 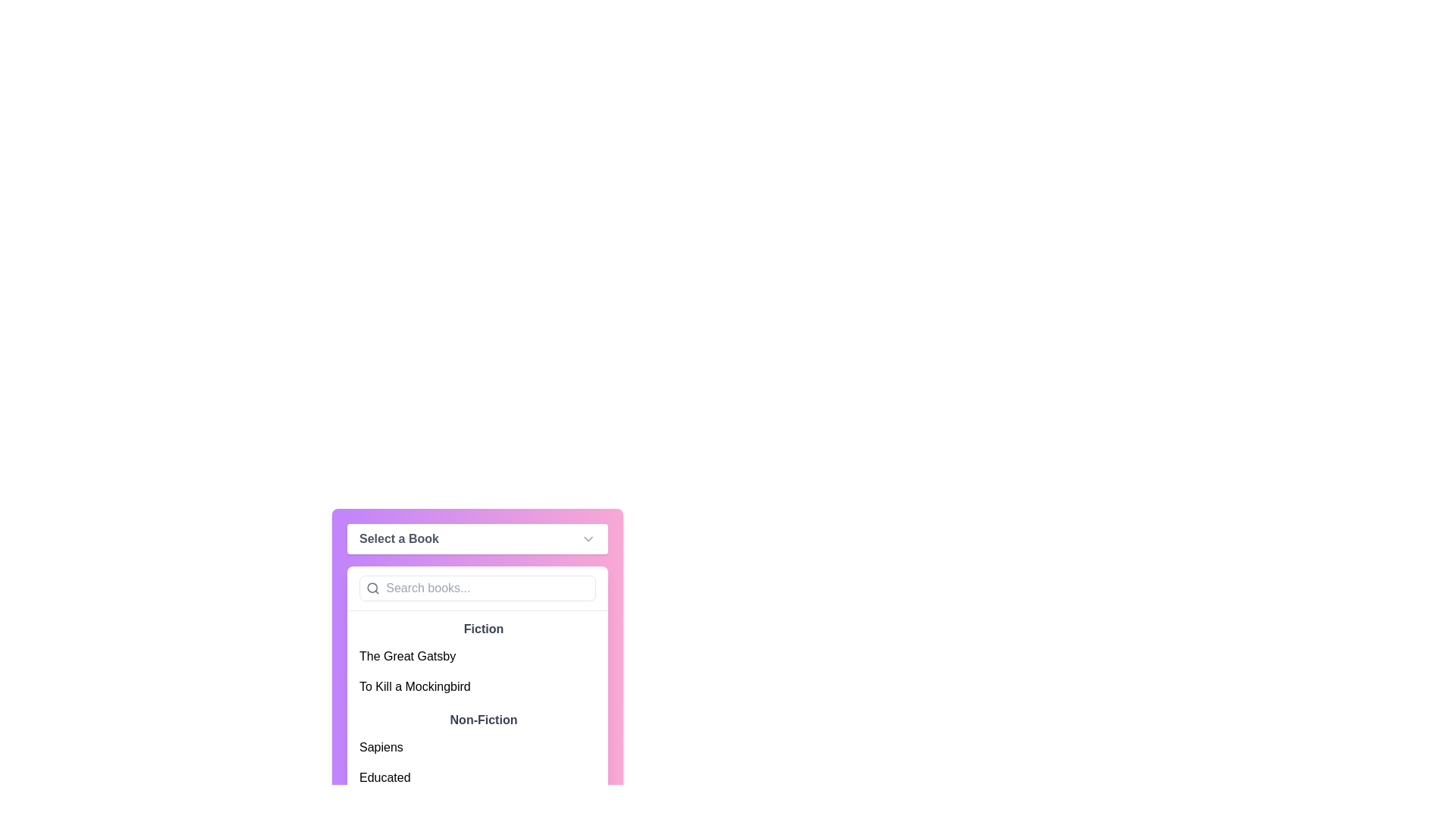 I want to click on the chevron-down icon indicating an expandable dropdown located on the right side of the 'Select a Book' dropdown, so click(x=588, y=538).